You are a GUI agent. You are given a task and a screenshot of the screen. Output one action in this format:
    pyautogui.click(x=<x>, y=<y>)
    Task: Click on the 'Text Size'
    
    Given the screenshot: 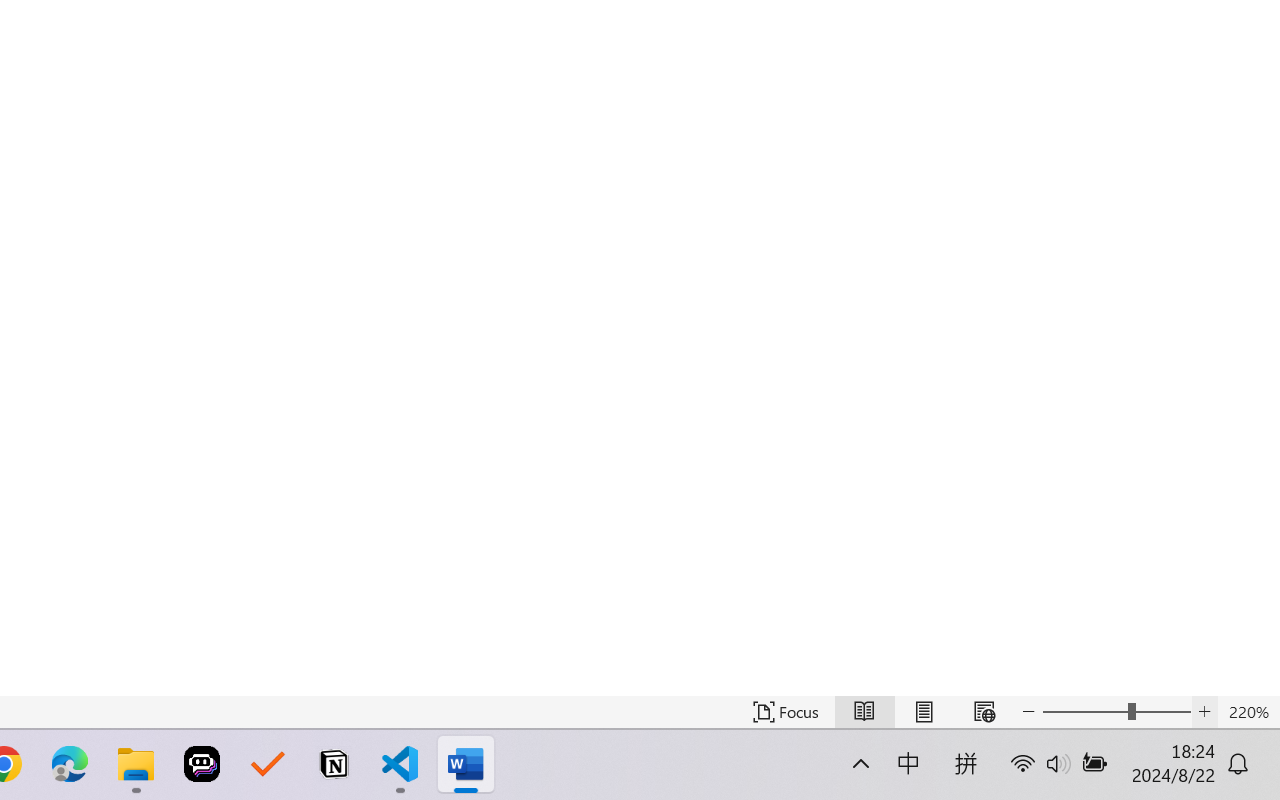 What is the action you would take?
    pyautogui.click(x=1115, y=711)
    